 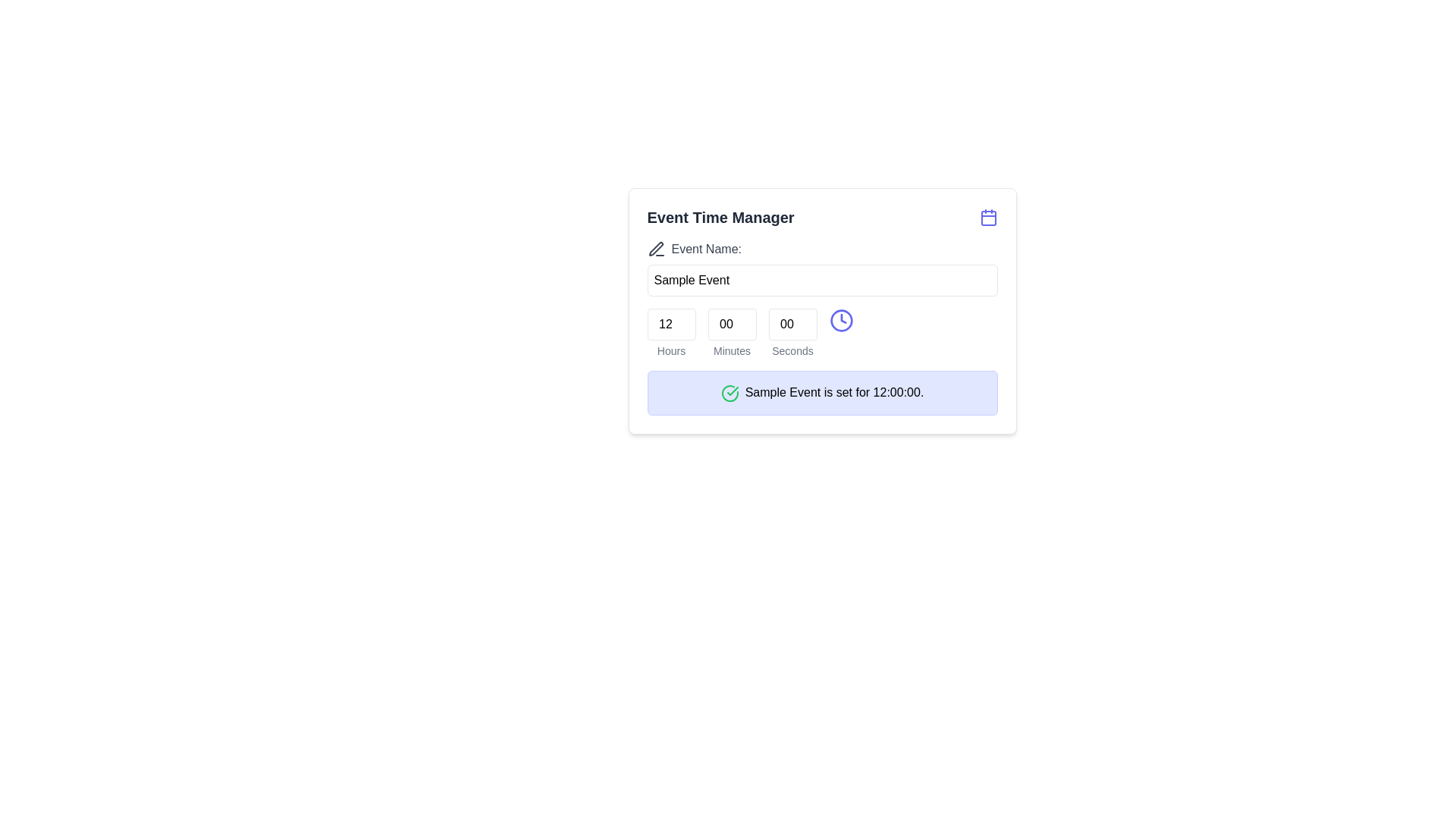 I want to click on the central circular part of the SVG clock icon, which visually represents the clock's circular border and is positioned to the right of the time input fields, so click(x=840, y=320).